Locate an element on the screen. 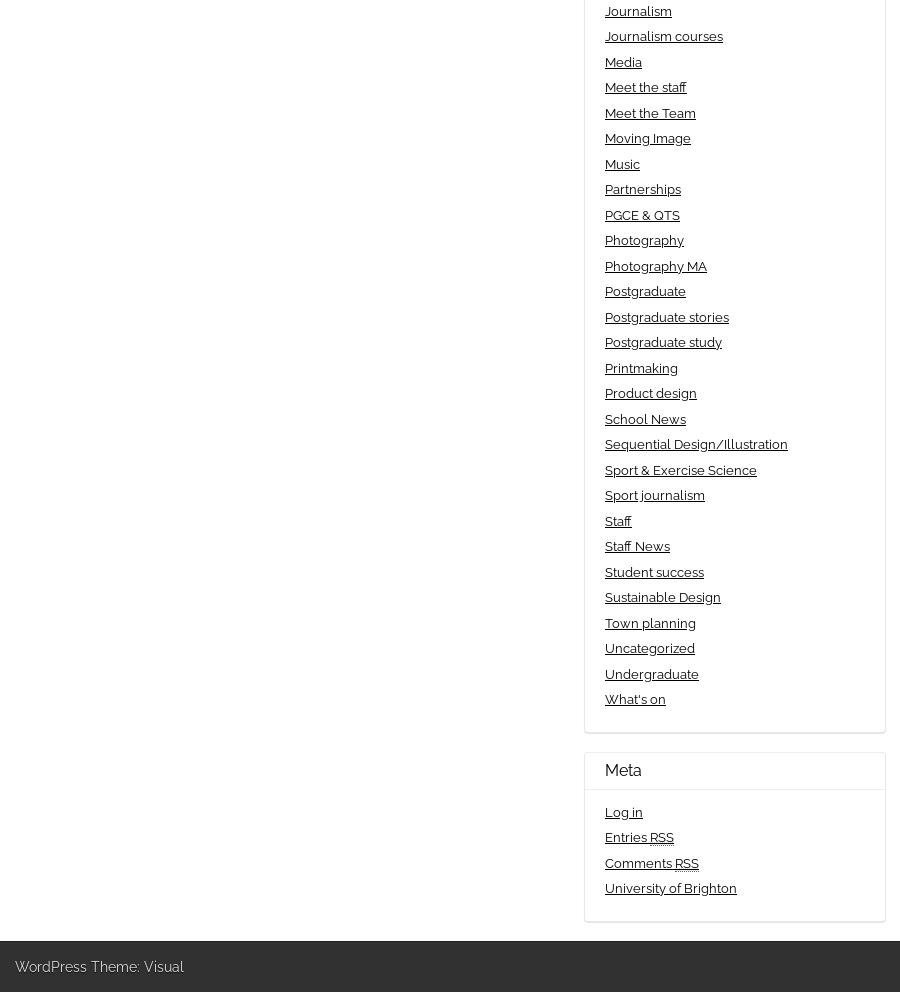 This screenshot has height=992, width=900. 'Postgraduate' is located at coordinates (645, 291).